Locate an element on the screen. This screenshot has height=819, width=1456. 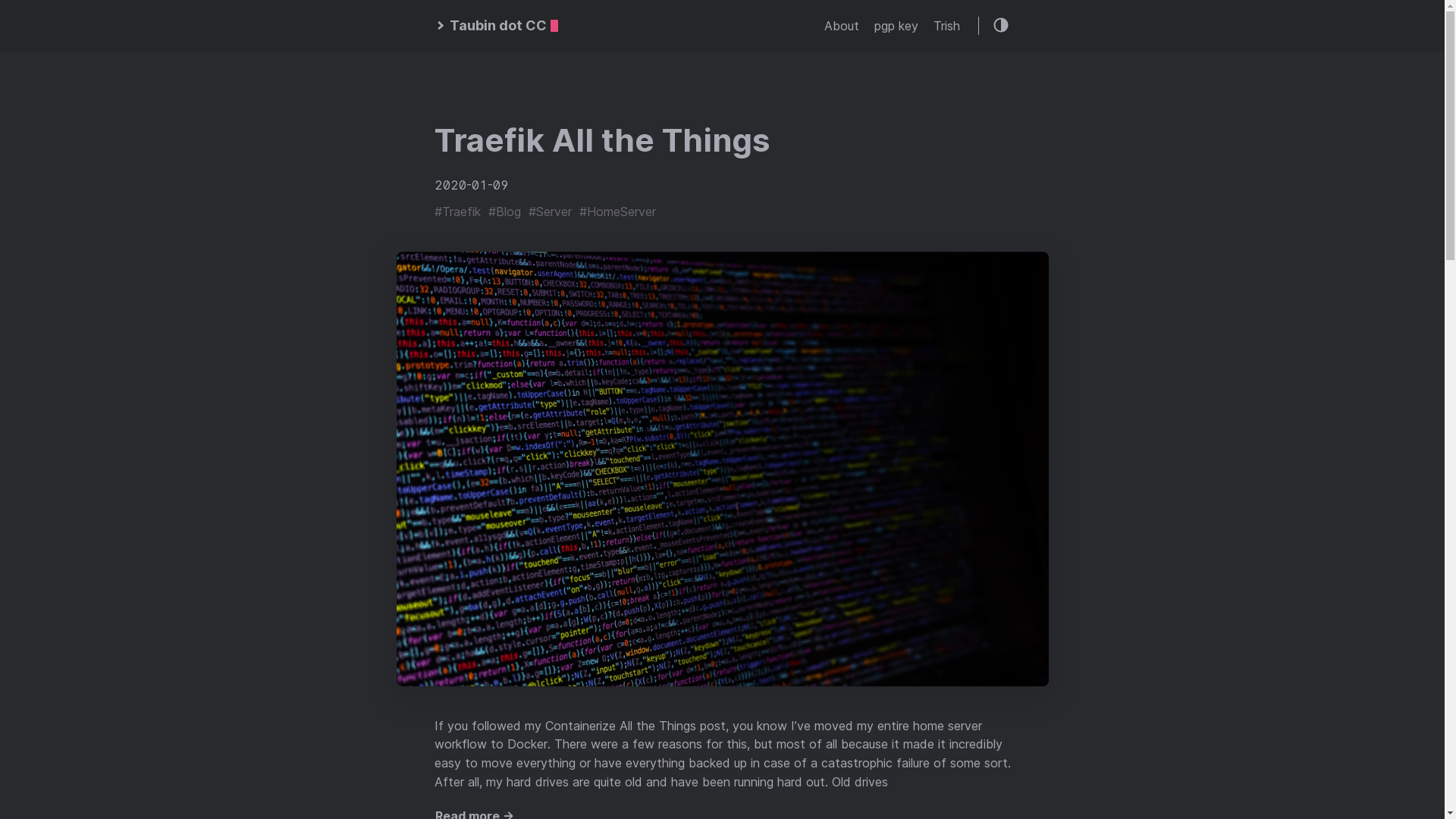
'Taubin dot CC' is located at coordinates (495, 26).